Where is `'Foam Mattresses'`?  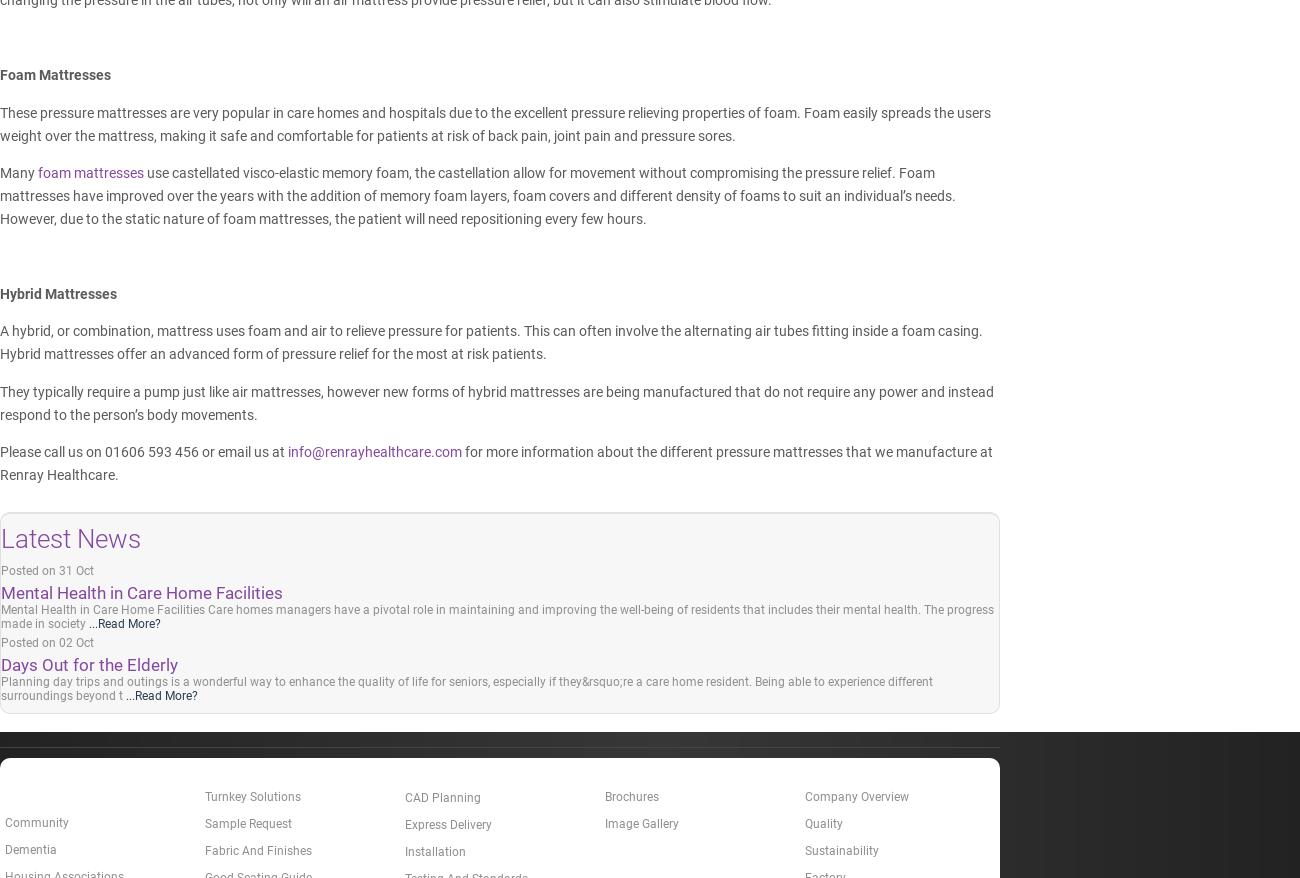 'Foam Mattresses' is located at coordinates (0, 75).